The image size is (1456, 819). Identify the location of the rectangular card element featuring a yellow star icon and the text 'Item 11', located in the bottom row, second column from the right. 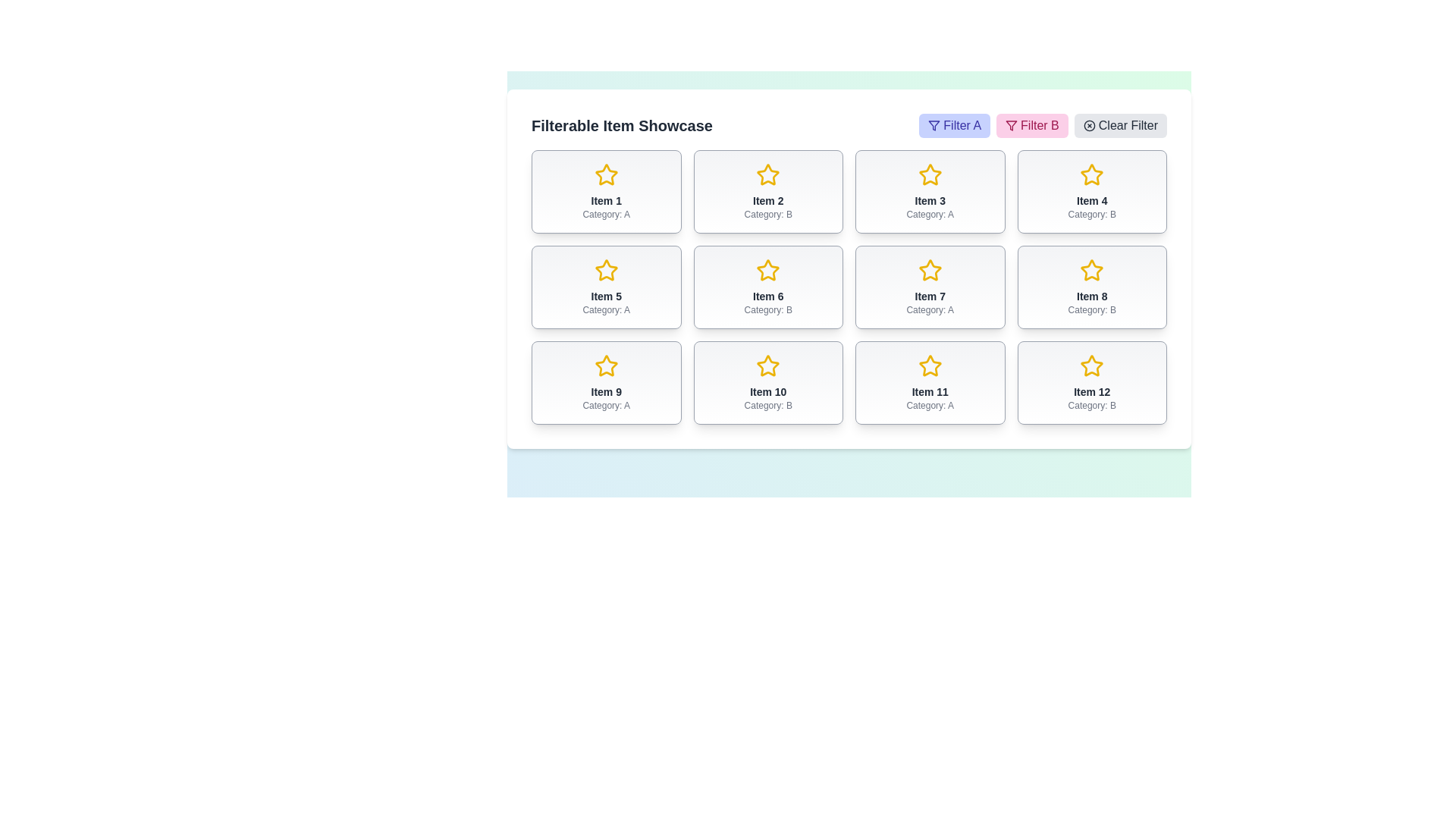
(929, 382).